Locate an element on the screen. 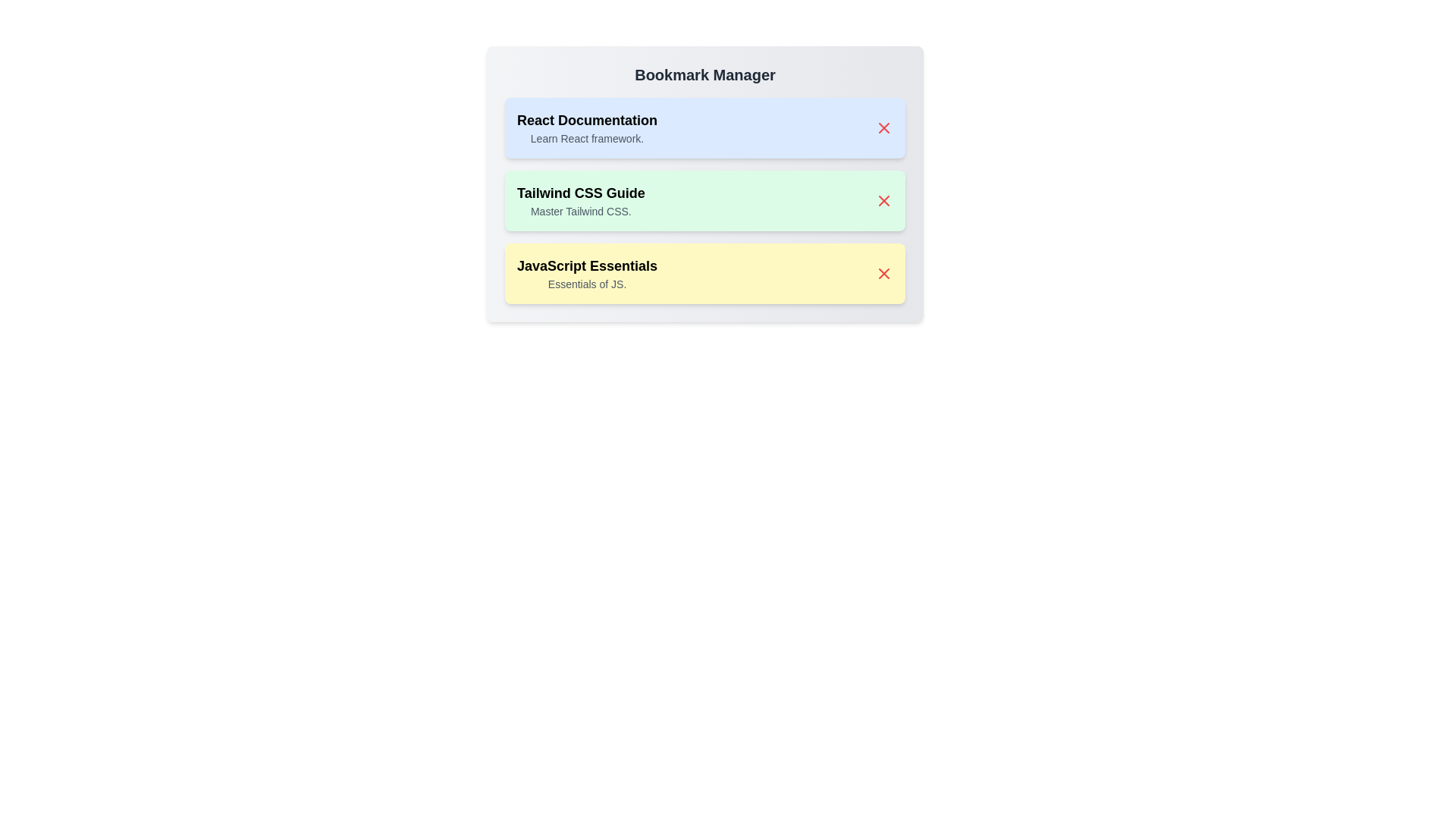 The width and height of the screenshot is (1456, 819). close button next to the bookmark titled JavaScript Essentials to remove it is located at coordinates (884, 274).